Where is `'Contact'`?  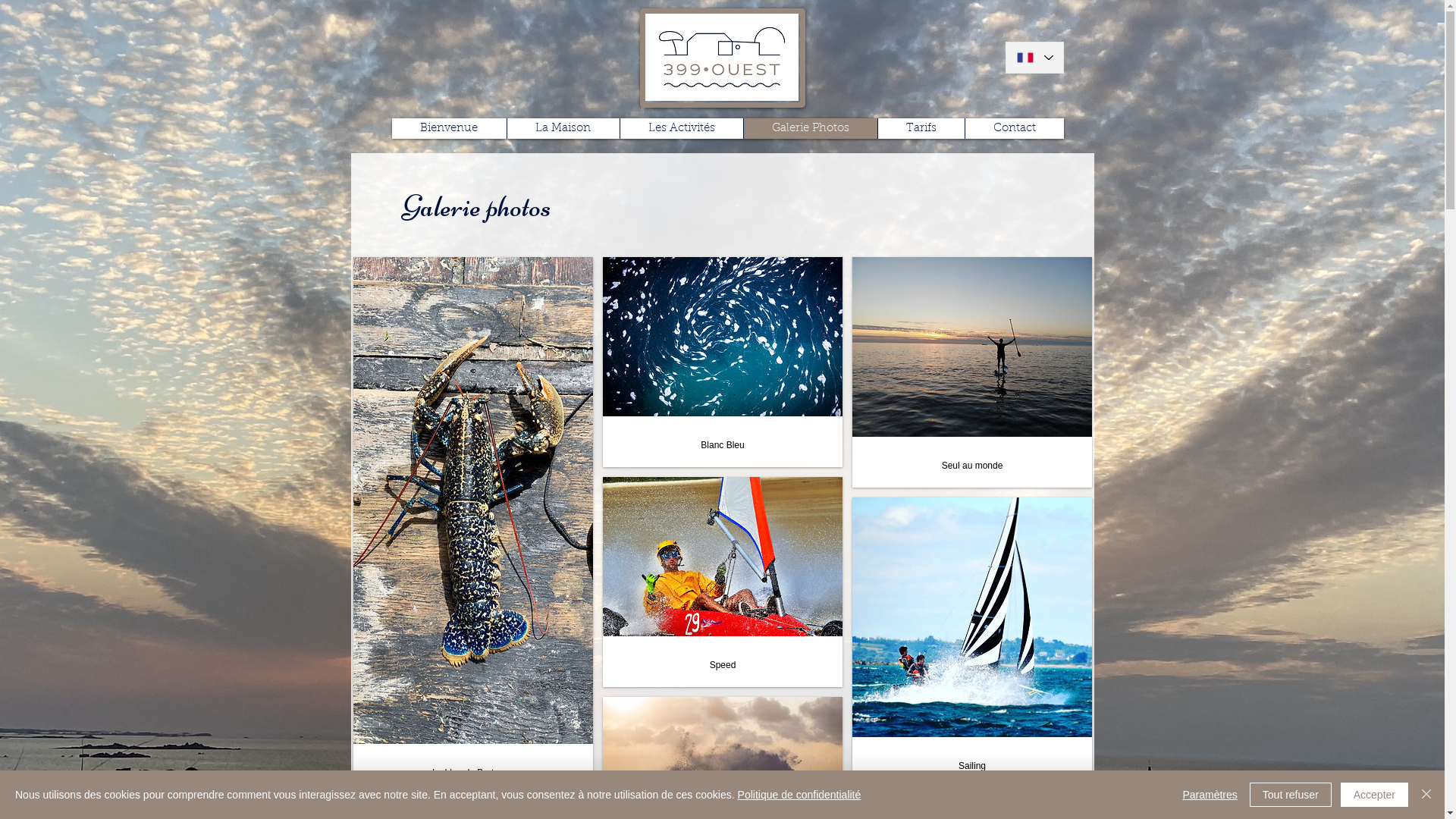 'Contact' is located at coordinates (1014, 127).